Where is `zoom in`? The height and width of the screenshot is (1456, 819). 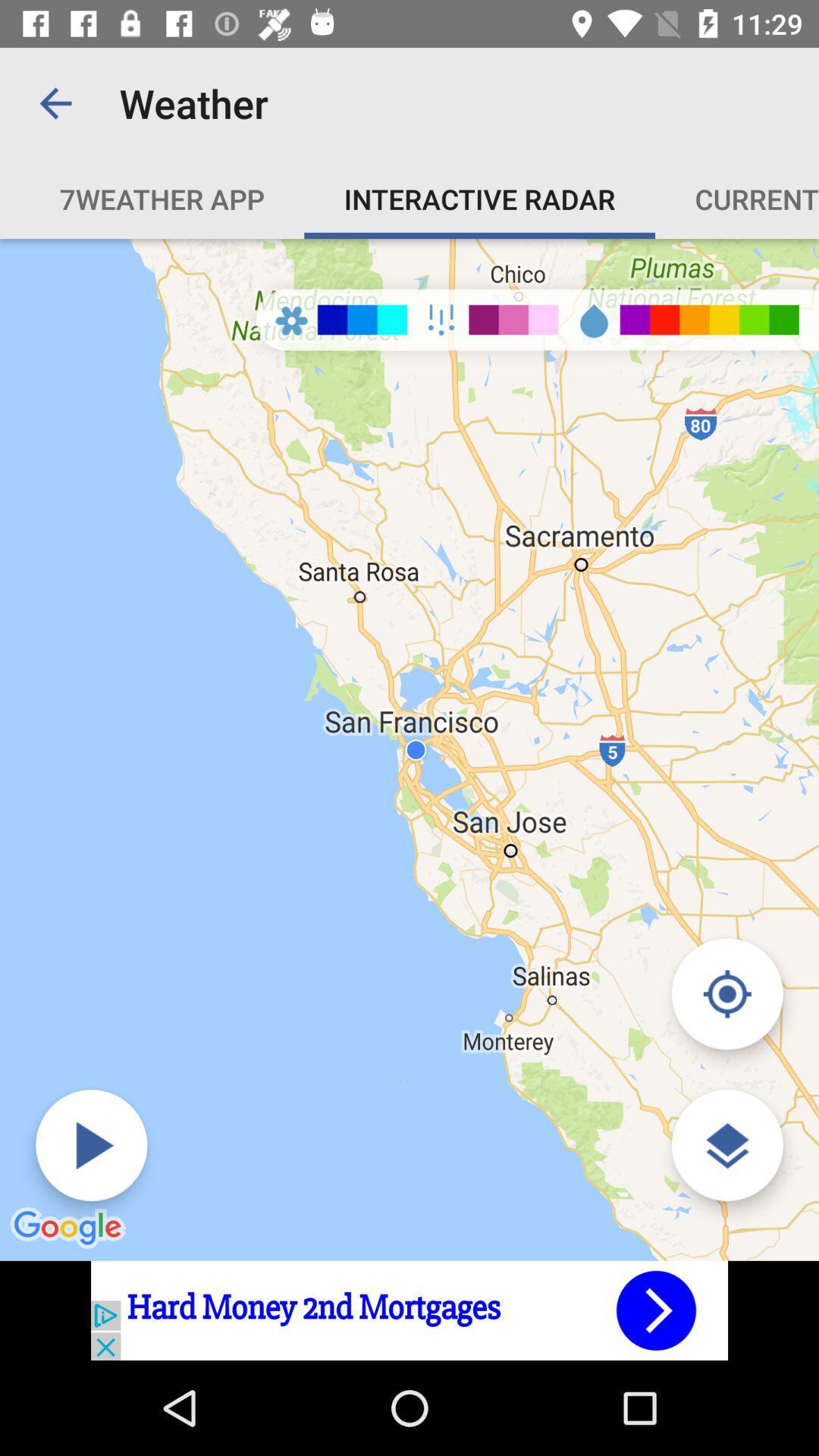
zoom in is located at coordinates (726, 1145).